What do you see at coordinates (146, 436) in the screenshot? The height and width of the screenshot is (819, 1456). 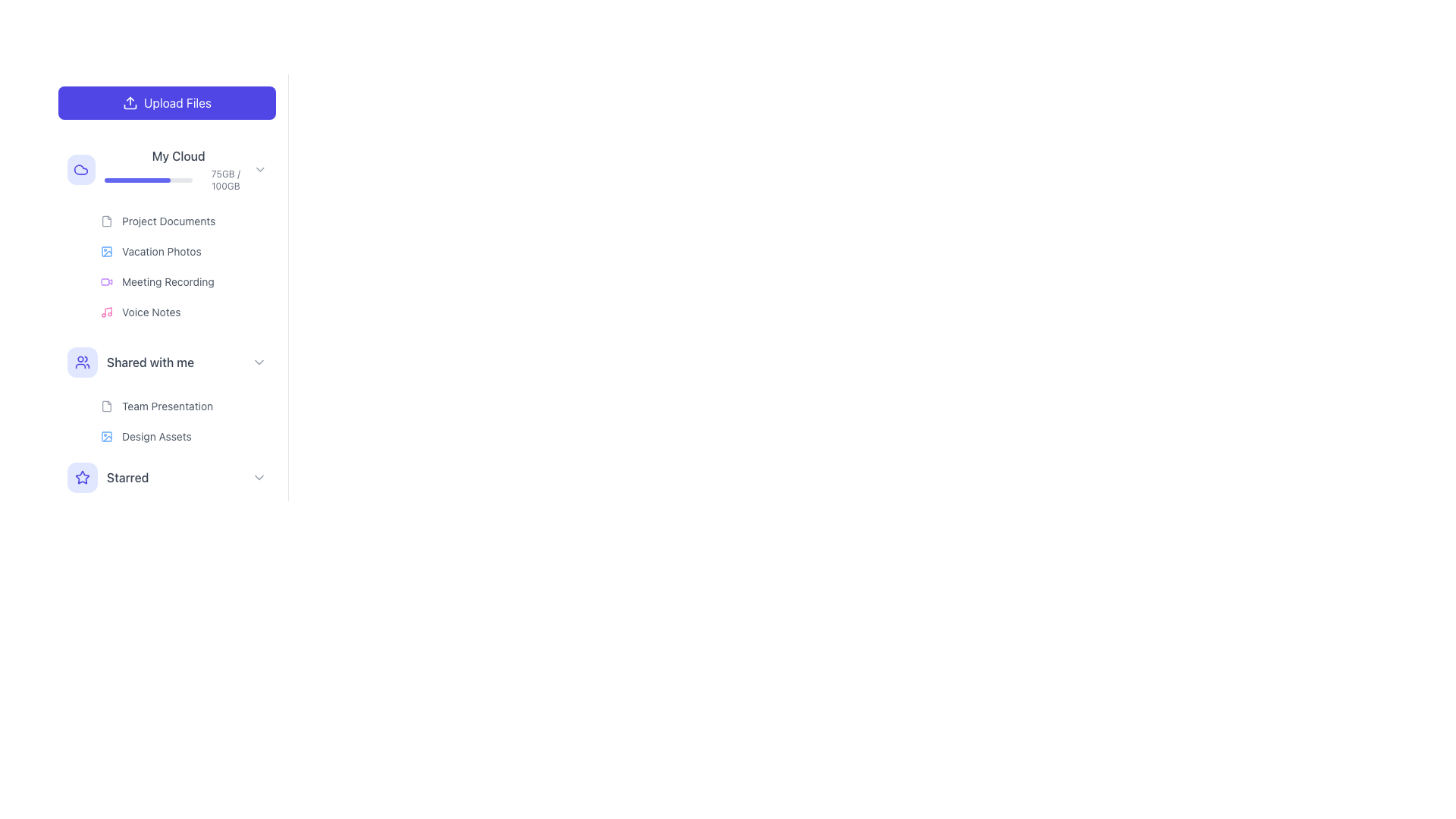 I see `the 'Design Assets' text label in the sidebar under 'Shared with me'` at bounding box center [146, 436].